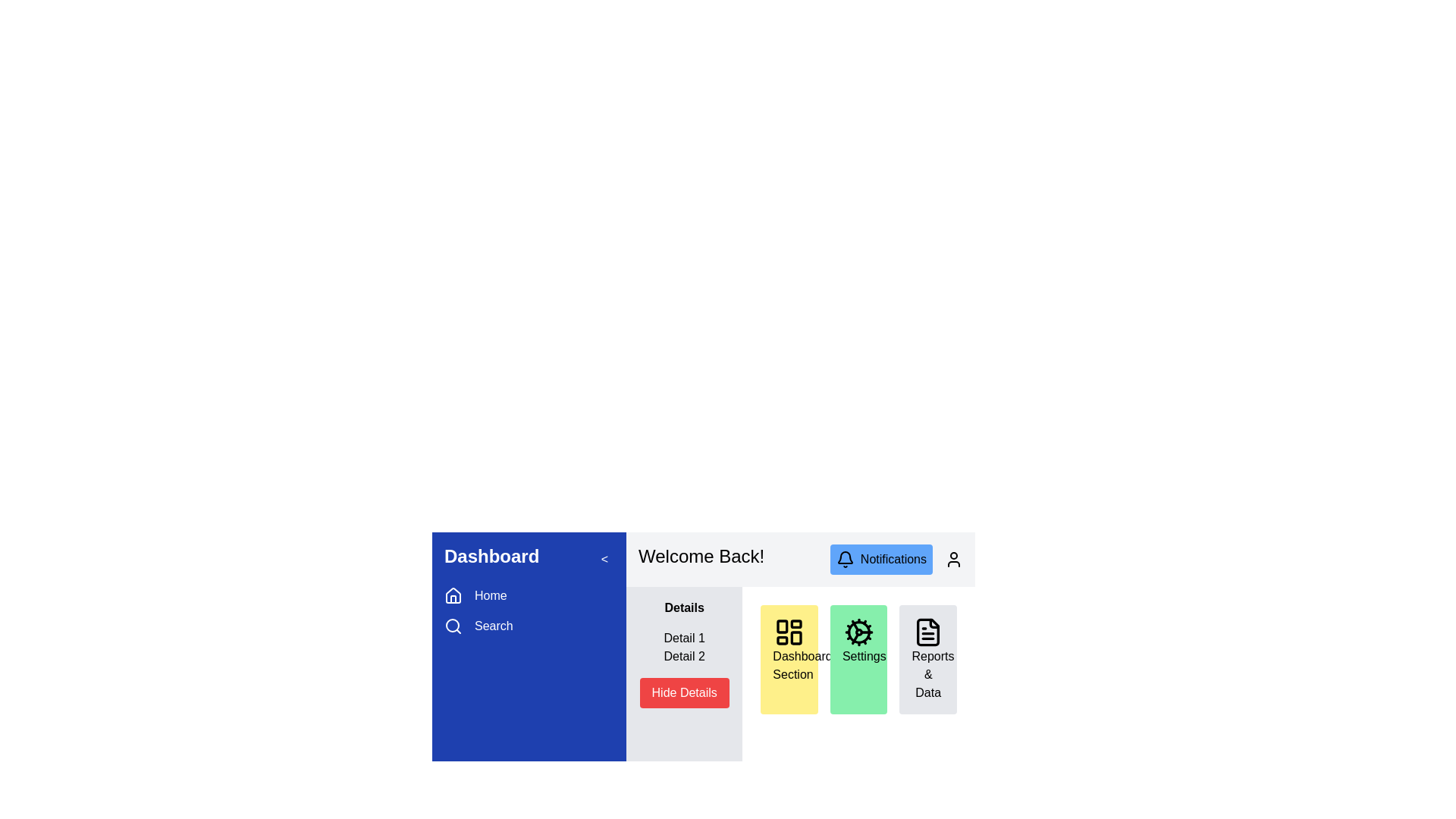 This screenshot has width=1456, height=819. I want to click on the circular shape resembling a magnifying glass lens, part of the SVG search icon located in the sidebar menu, specifically as part of the second menu item under the 'Search' label, so click(451, 626).